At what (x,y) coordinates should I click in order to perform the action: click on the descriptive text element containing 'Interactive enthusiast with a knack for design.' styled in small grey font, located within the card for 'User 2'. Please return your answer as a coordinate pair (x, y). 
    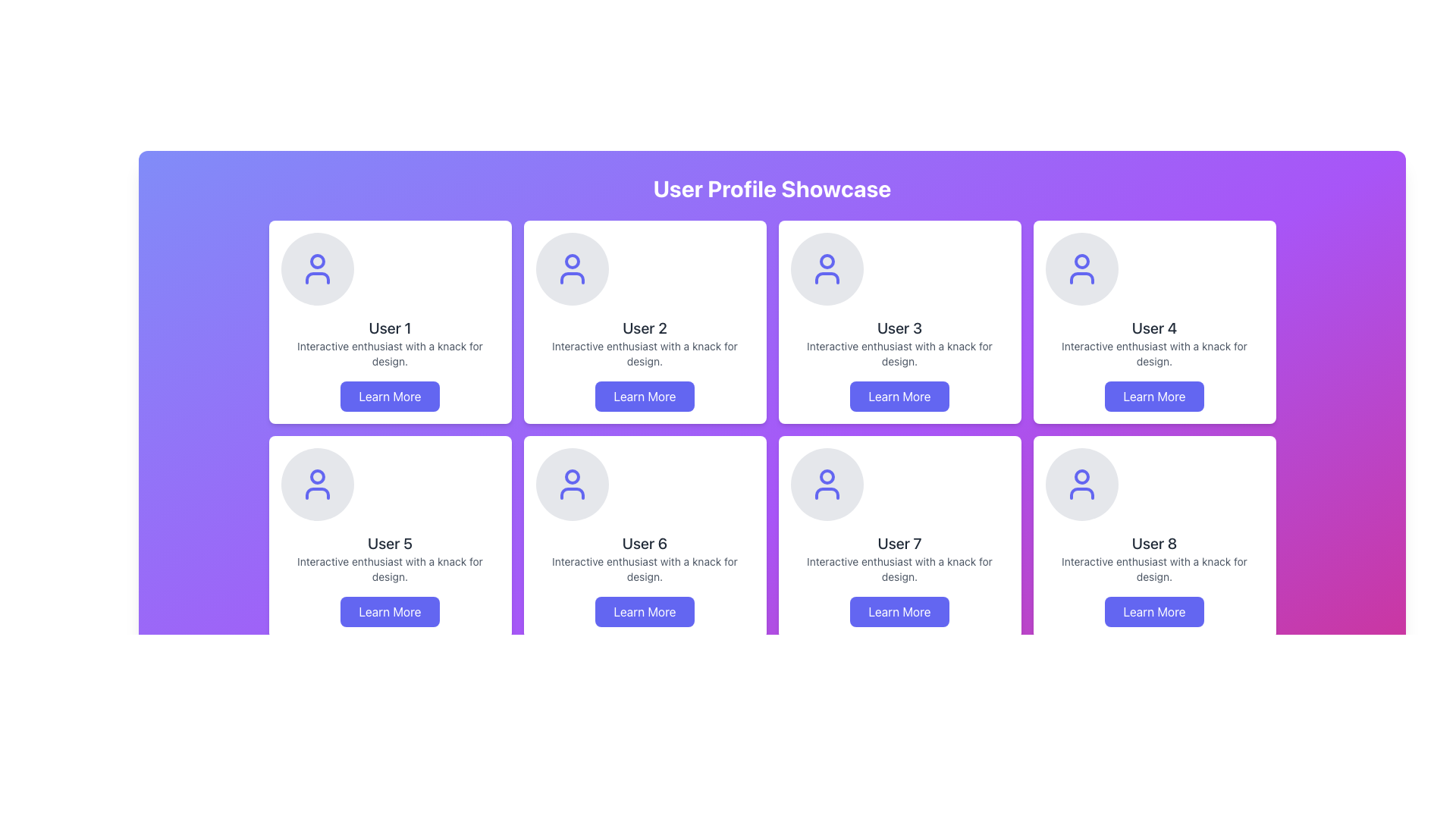
    Looking at the image, I should click on (645, 353).